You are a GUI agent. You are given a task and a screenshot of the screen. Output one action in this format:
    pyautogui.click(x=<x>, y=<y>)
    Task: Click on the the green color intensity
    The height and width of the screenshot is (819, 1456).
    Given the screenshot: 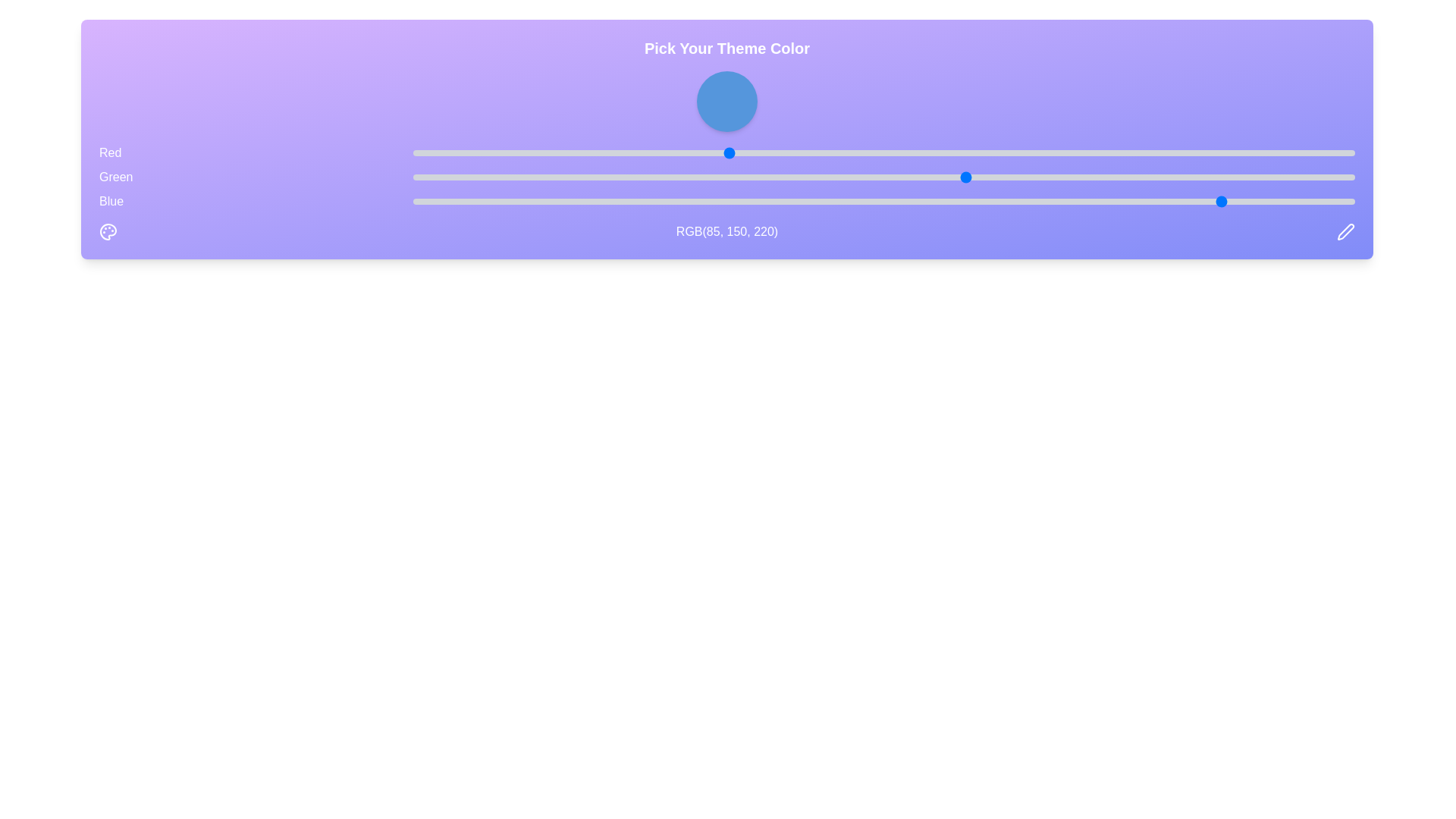 What is the action you would take?
    pyautogui.click(x=575, y=177)
    